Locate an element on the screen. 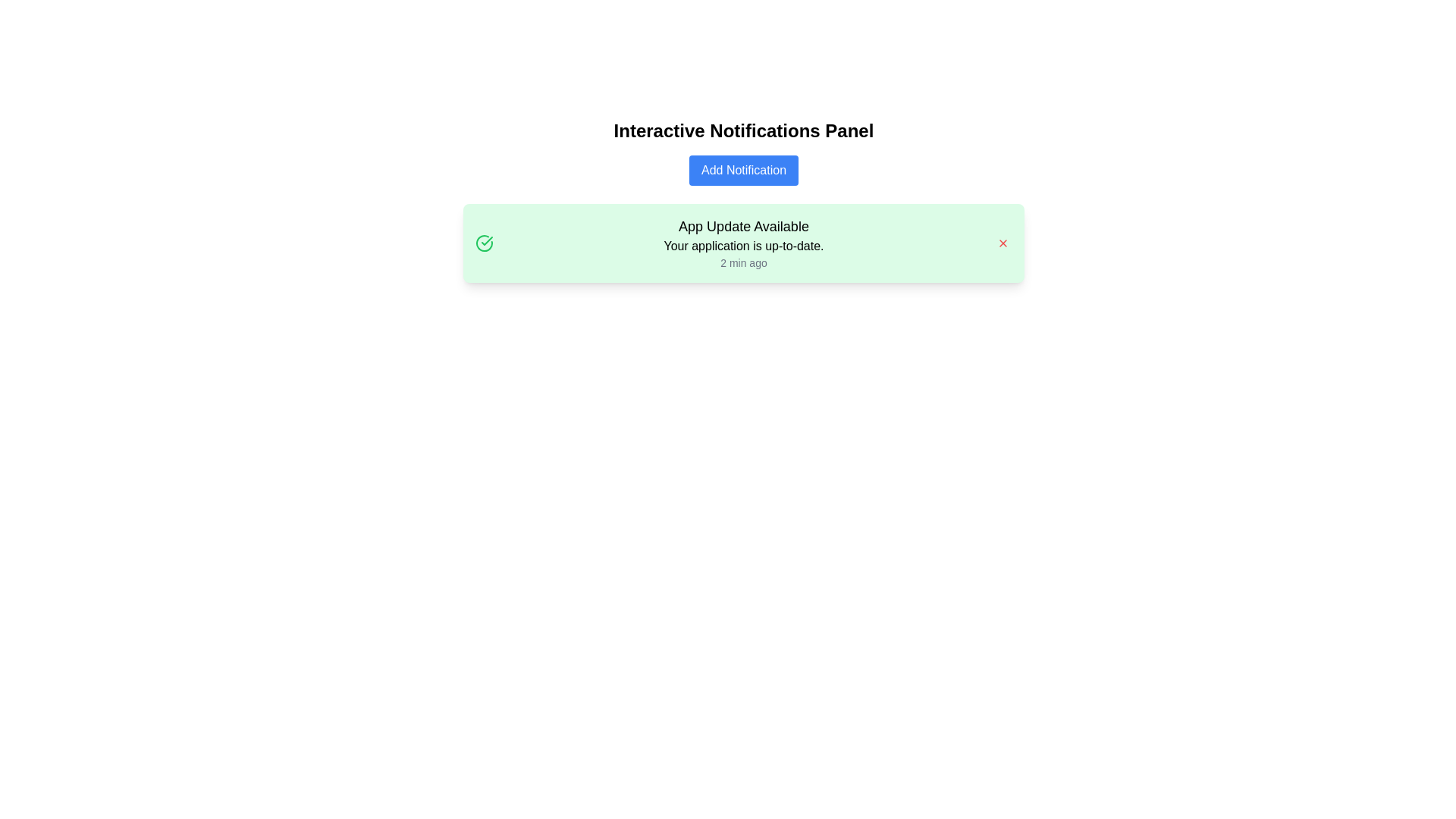  the circular decorative graphic element with a green stroke, located on the left side of the notification card in the interface is located at coordinates (483, 242).